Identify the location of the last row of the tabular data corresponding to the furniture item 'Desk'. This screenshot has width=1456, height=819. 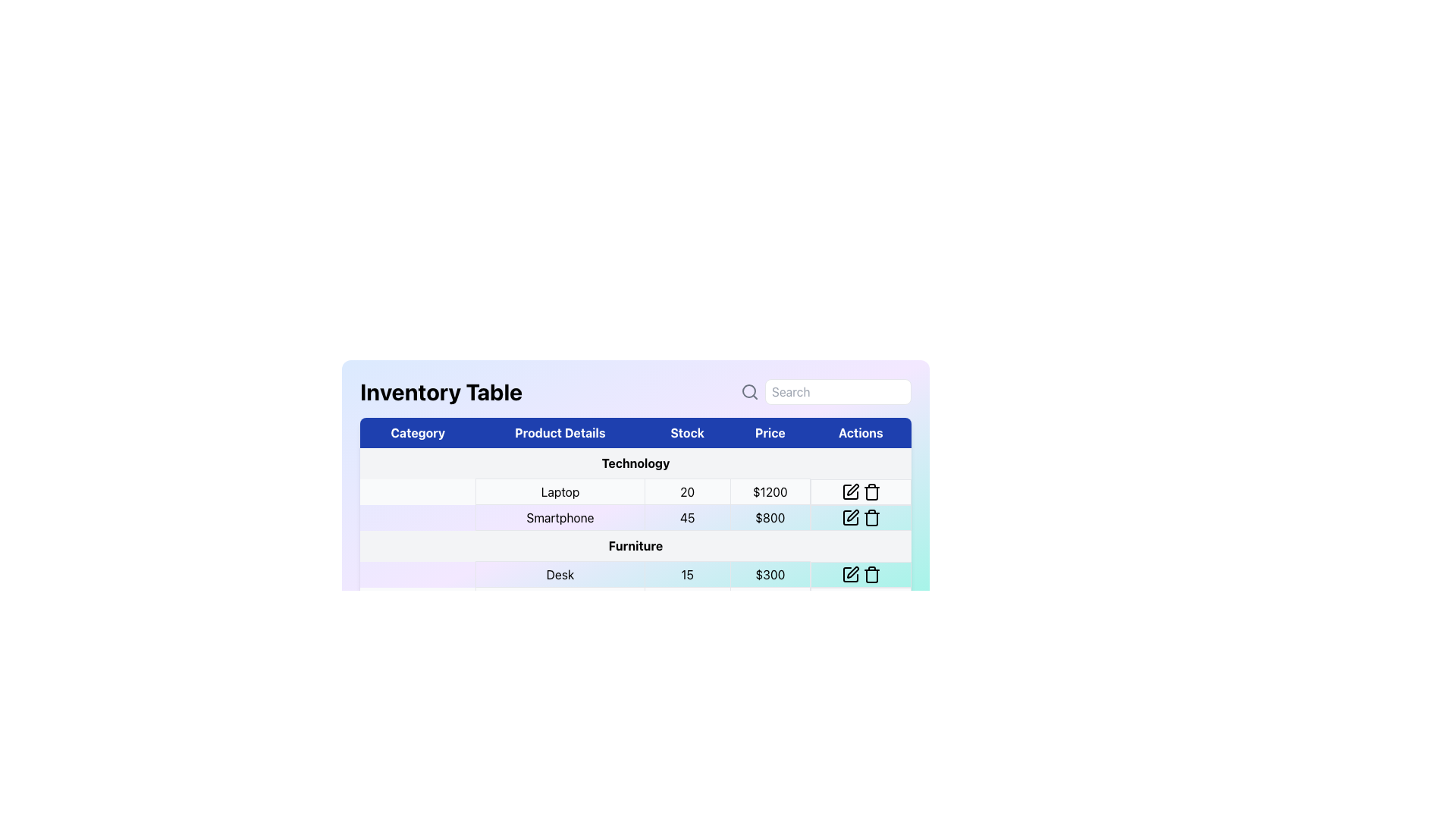
(635, 574).